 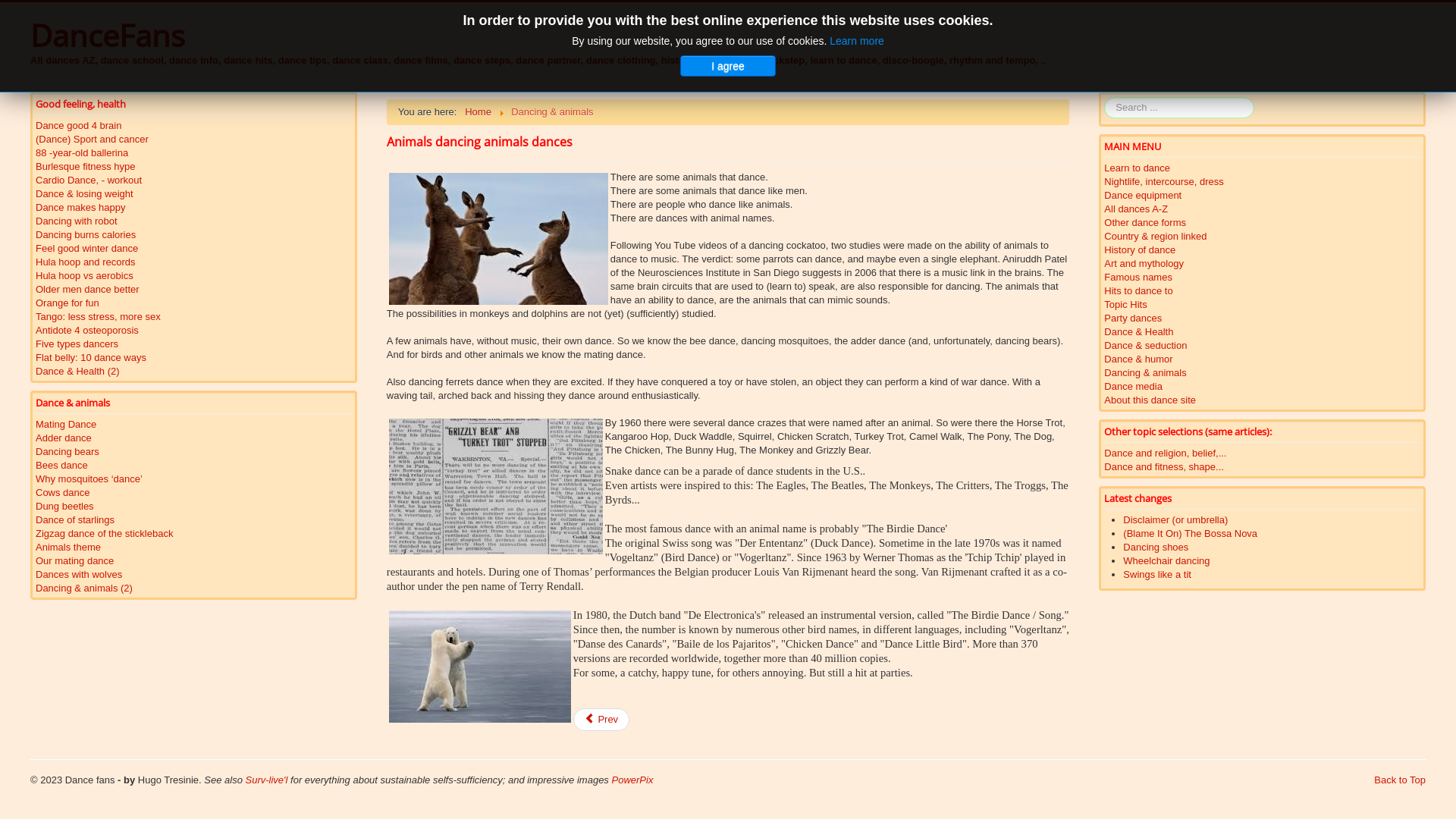 What do you see at coordinates (1154, 547) in the screenshot?
I see `'Dancing shoes'` at bounding box center [1154, 547].